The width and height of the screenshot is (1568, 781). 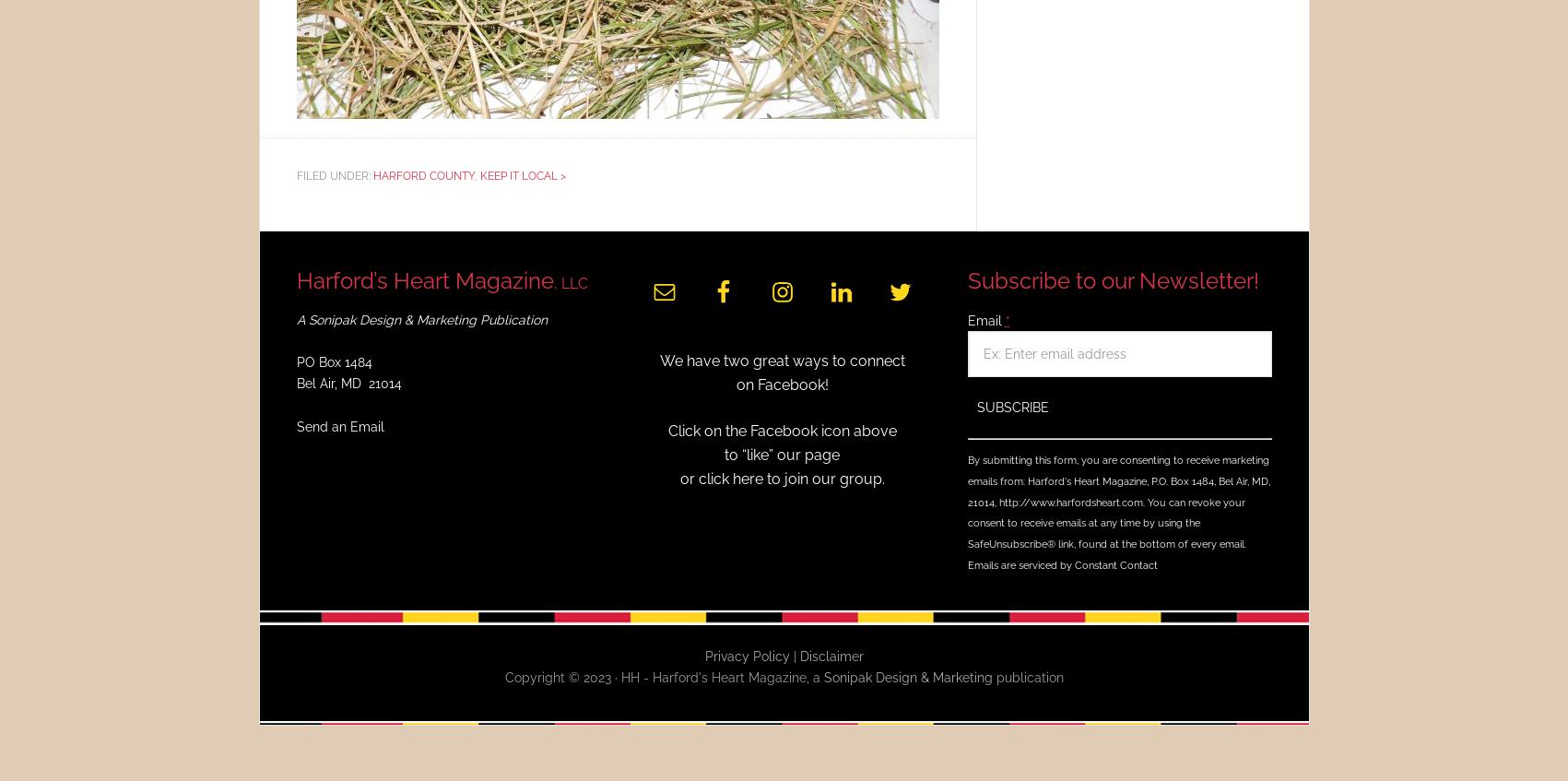 I want to click on 'click here', so click(x=729, y=477).